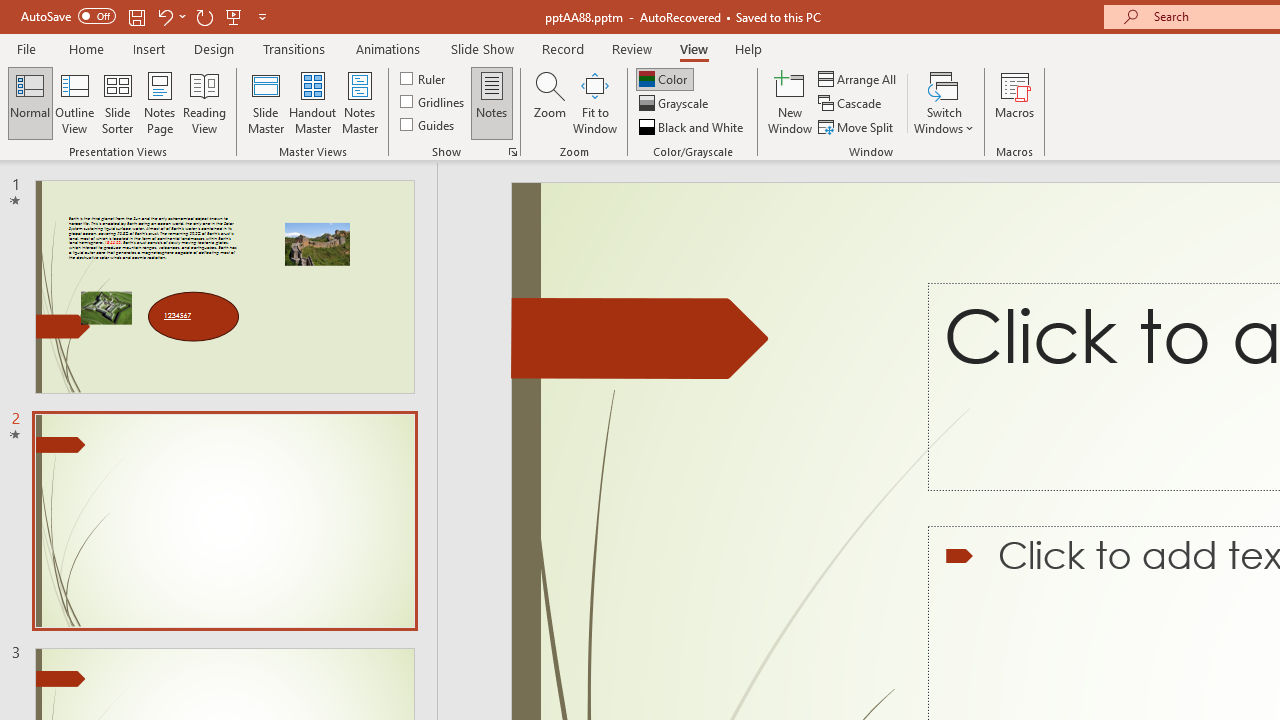 This screenshot has height=720, width=1280. What do you see at coordinates (664, 78) in the screenshot?
I see `'Color'` at bounding box center [664, 78].